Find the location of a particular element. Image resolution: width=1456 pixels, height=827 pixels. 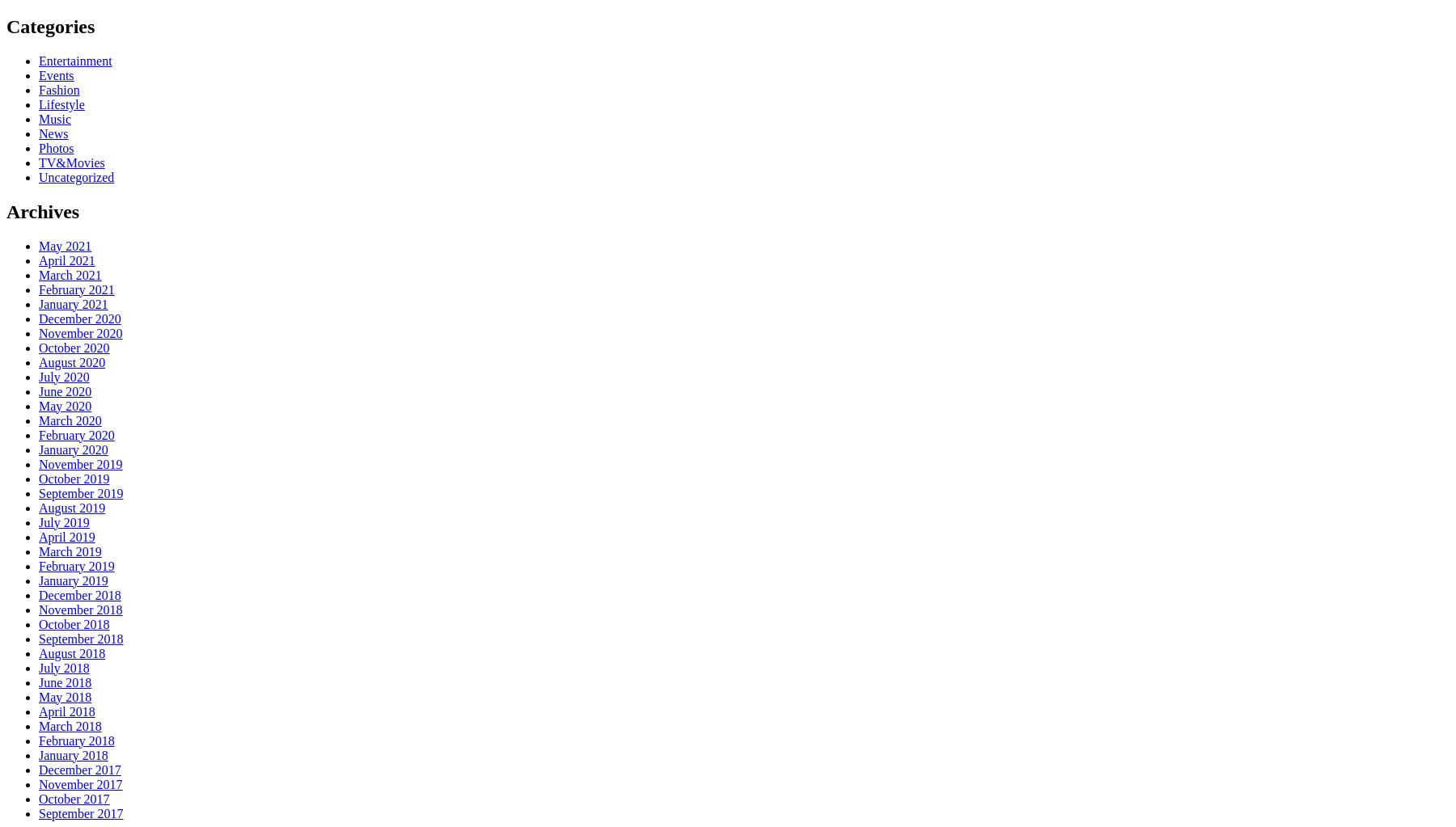

'Photos' is located at coordinates (55, 147).